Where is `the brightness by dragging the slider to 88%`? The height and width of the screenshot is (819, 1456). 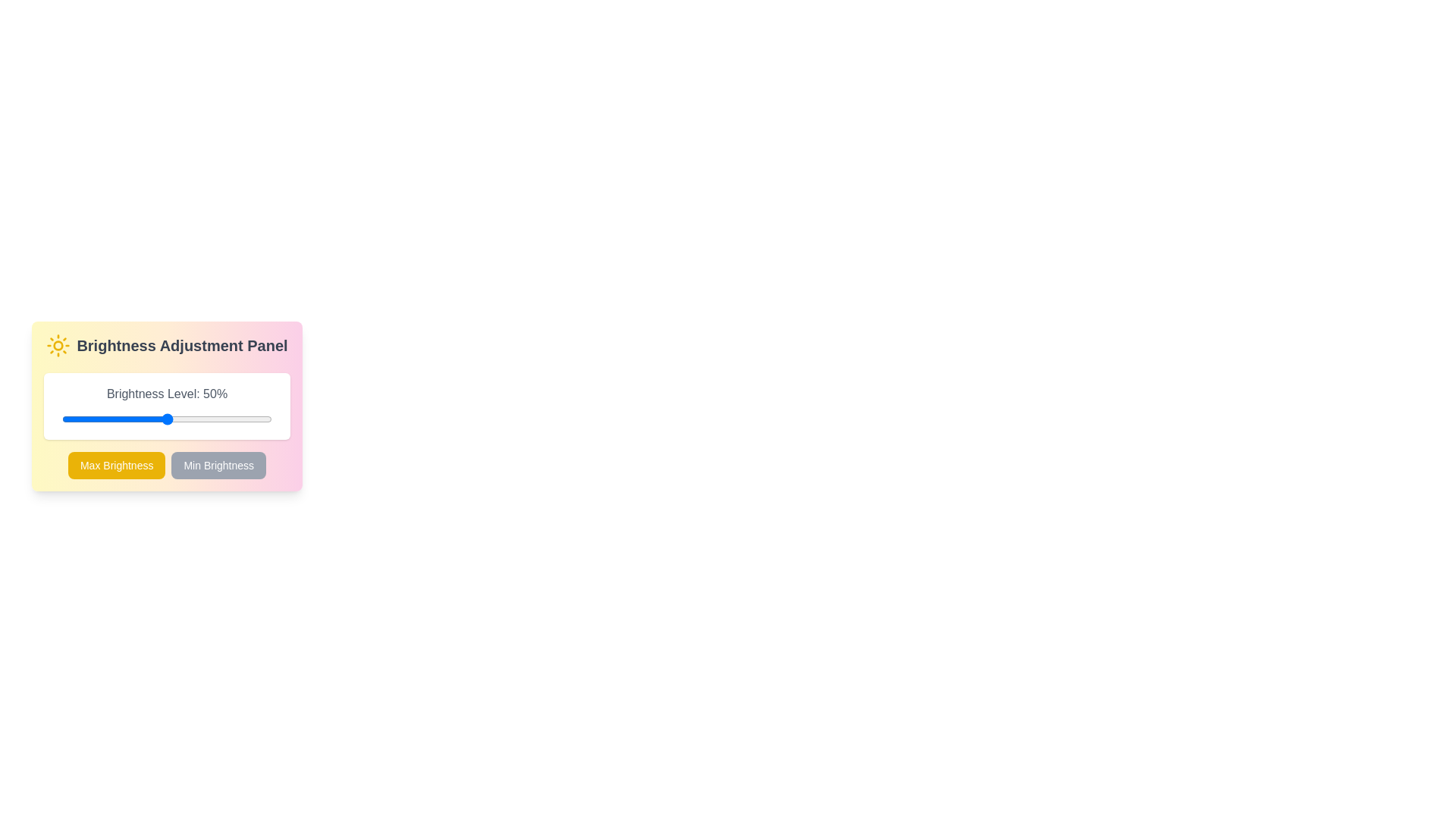
the brightness by dragging the slider to 88% is located at coordinates (246, 419).